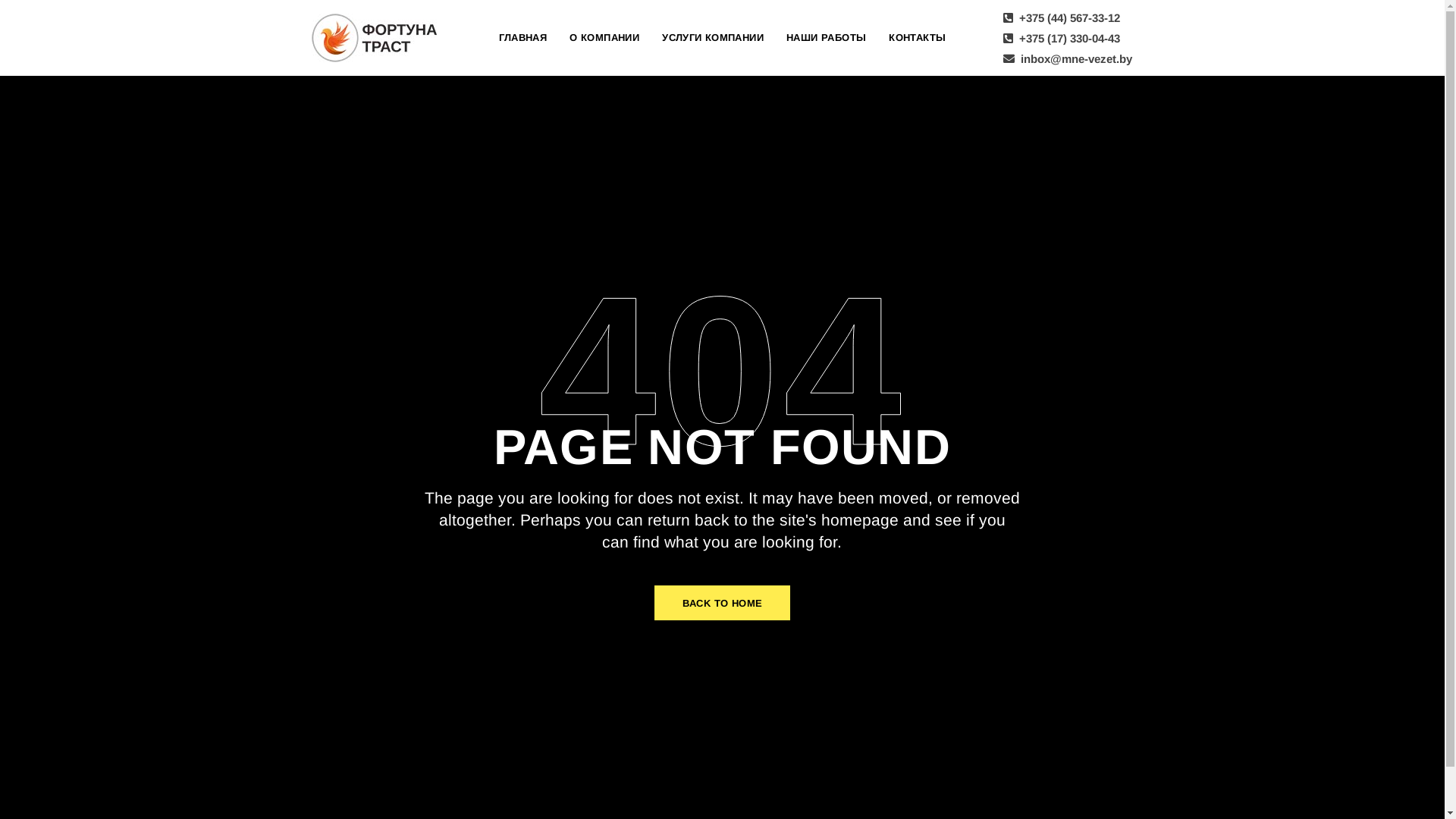 The height and width of the screenshot is (819, 1456). I want to click on ' +375 (17) 330-04-43', so click(1059, 37).